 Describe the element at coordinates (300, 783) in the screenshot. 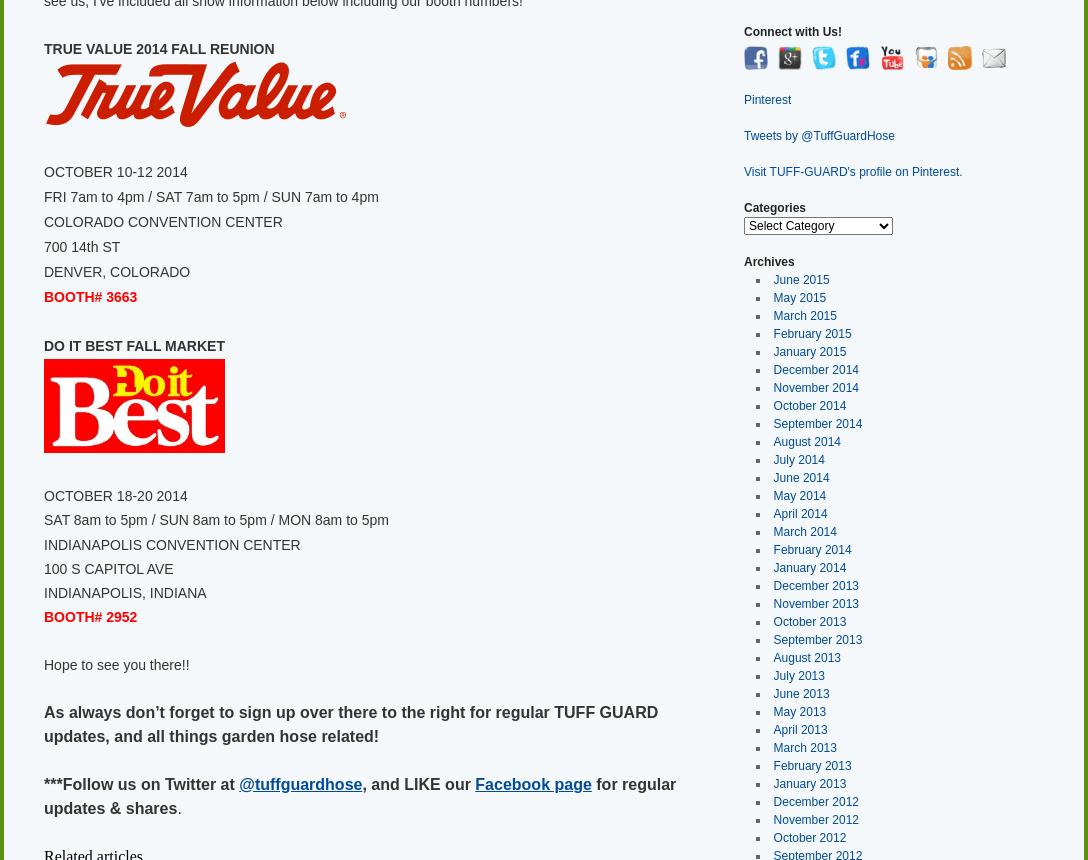

I see `'@tuffguardhose'` at that location.